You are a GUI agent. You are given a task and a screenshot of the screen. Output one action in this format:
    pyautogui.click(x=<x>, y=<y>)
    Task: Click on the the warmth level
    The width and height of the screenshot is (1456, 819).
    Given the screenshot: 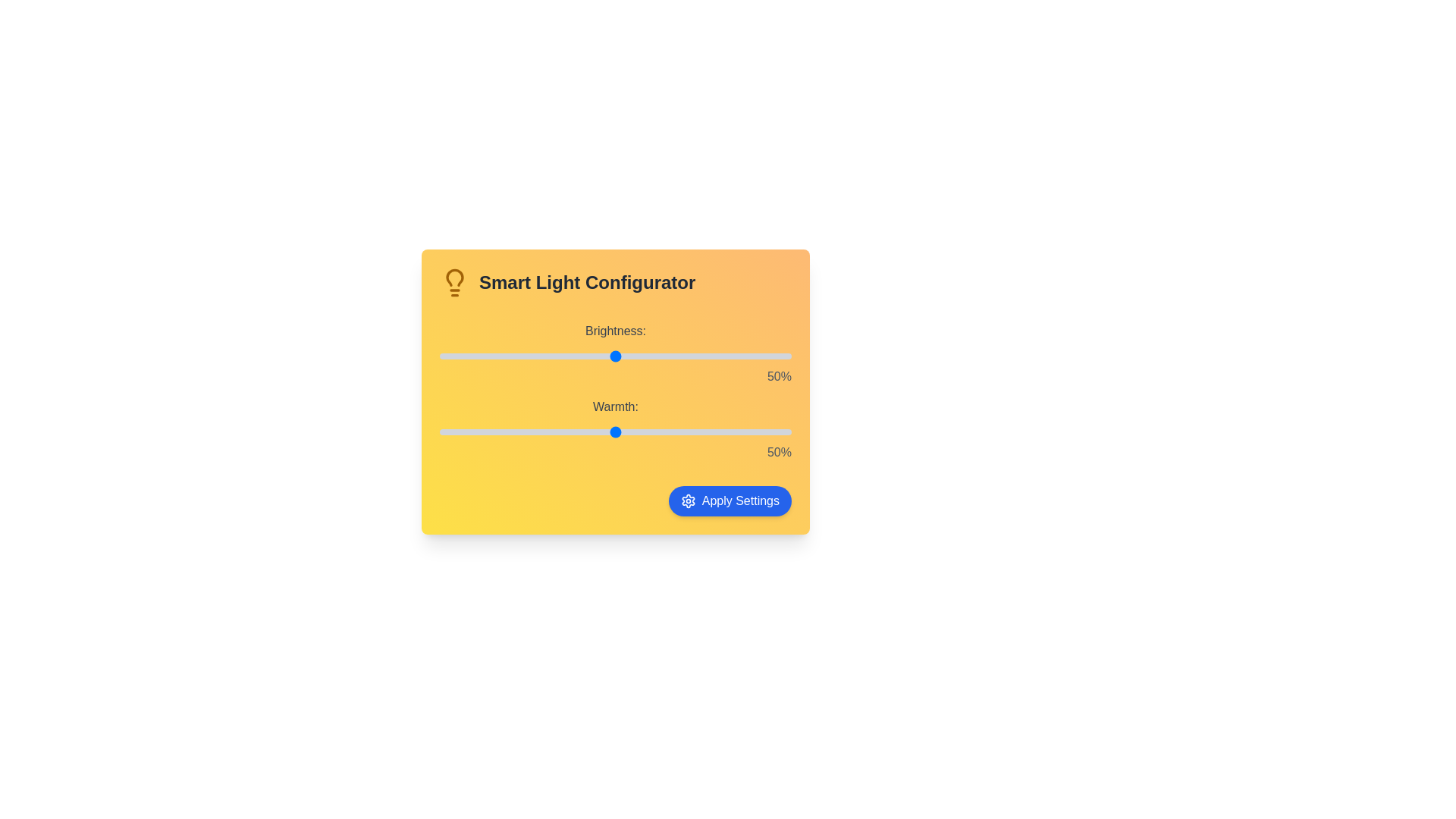 What is the action you would take?
    pyautogui.click(x=576, y=432)
    